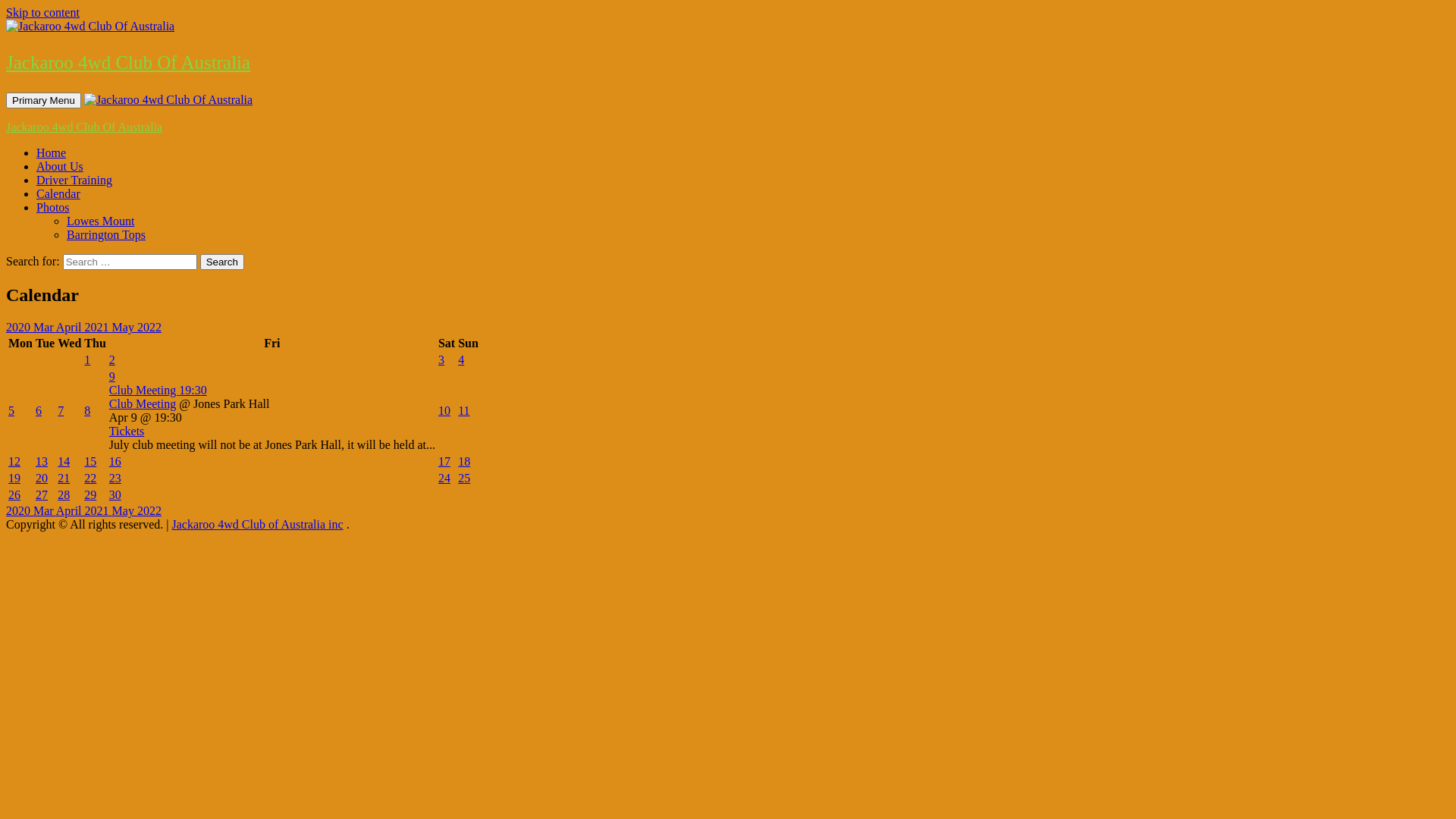 The height and width of the screenshot is (819, 1456). Describe the element at coordinates (36, 166) in the screenshot. I see `'About Us'` at that location.